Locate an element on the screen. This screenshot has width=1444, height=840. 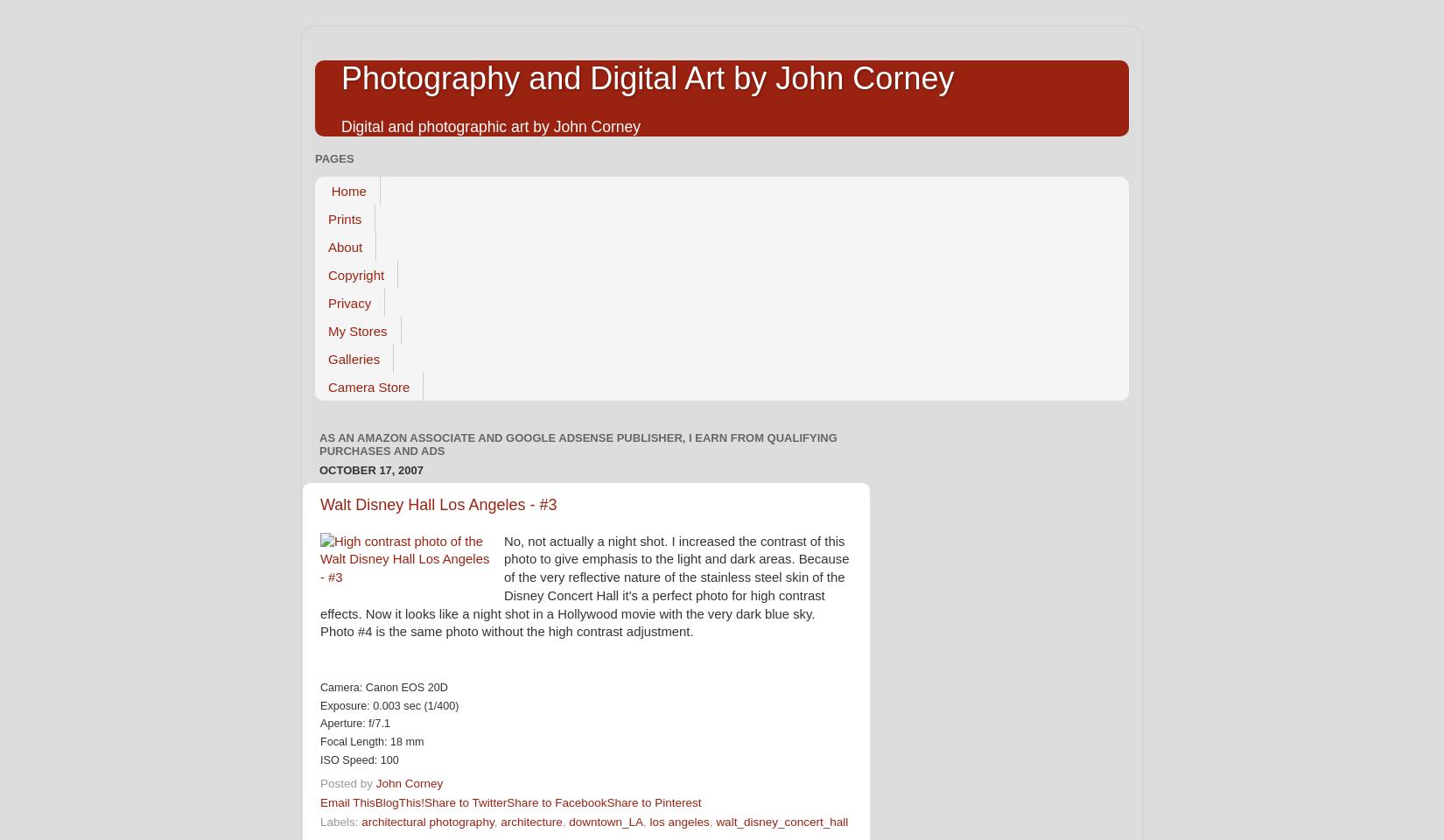
'October 17, 2007' is located at coordinates (370, 468).